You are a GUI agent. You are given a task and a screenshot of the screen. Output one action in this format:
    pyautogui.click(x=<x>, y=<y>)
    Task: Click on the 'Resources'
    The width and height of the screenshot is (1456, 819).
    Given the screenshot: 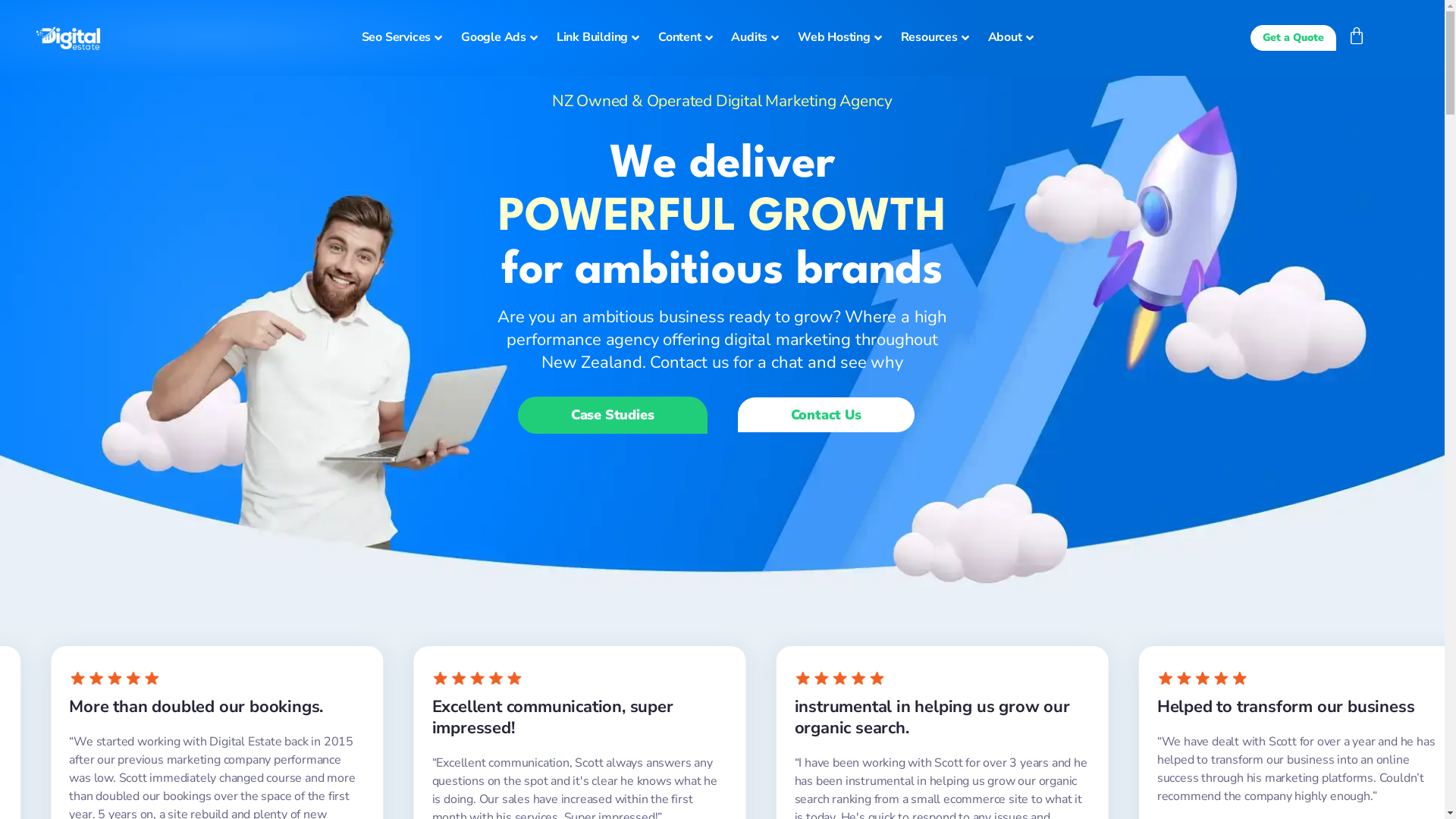 What is the action you would take?
    pyautogui.click(x=936, y=37)
    